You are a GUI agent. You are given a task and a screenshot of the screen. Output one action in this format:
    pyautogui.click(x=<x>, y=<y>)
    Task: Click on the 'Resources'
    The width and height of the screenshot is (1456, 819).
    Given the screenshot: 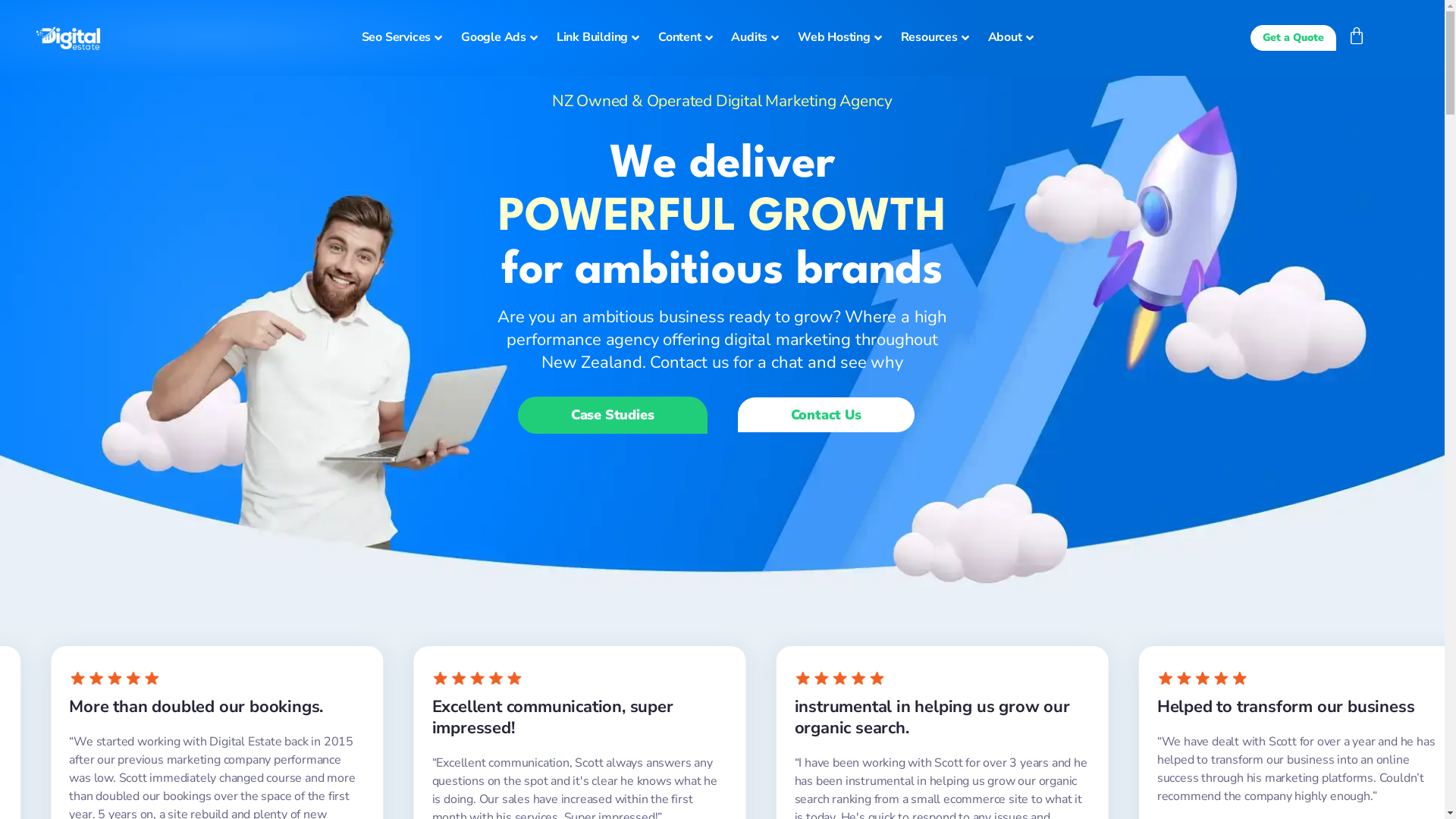 What is the action you would take?
    pyautogui.click(x=936, y=37)
    